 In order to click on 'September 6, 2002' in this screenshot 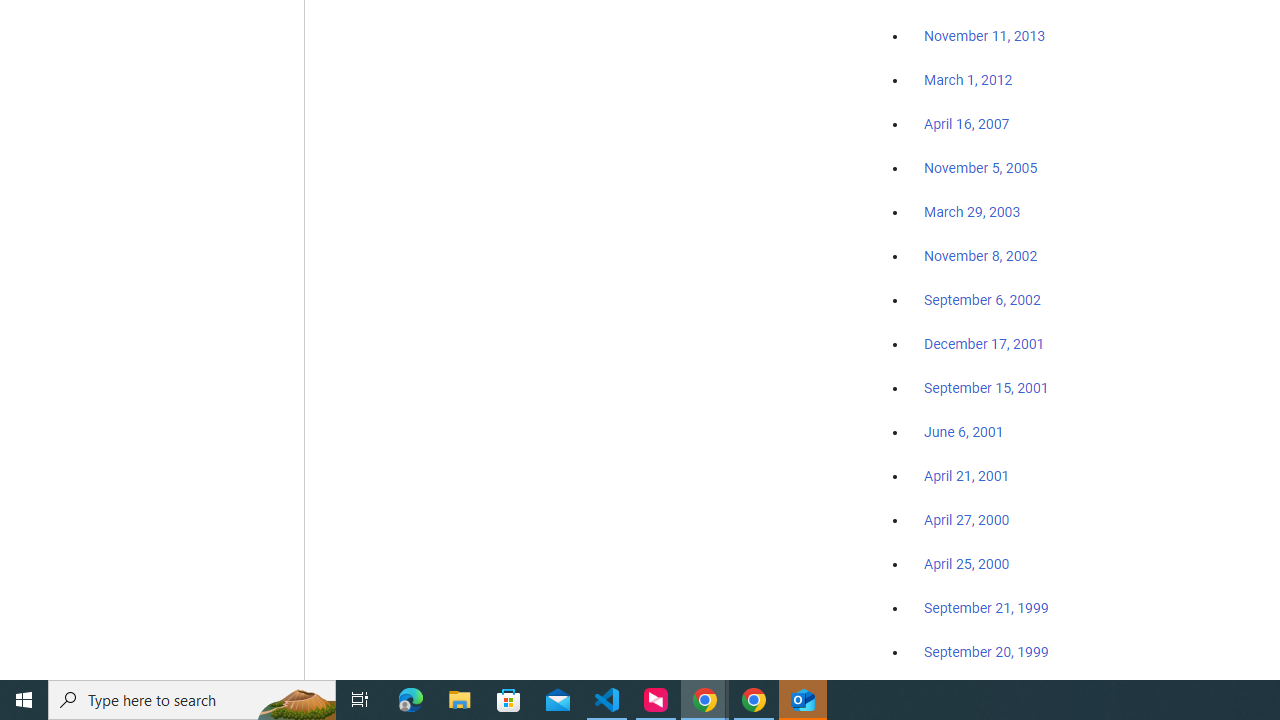, I will do `click(982, 299)`.